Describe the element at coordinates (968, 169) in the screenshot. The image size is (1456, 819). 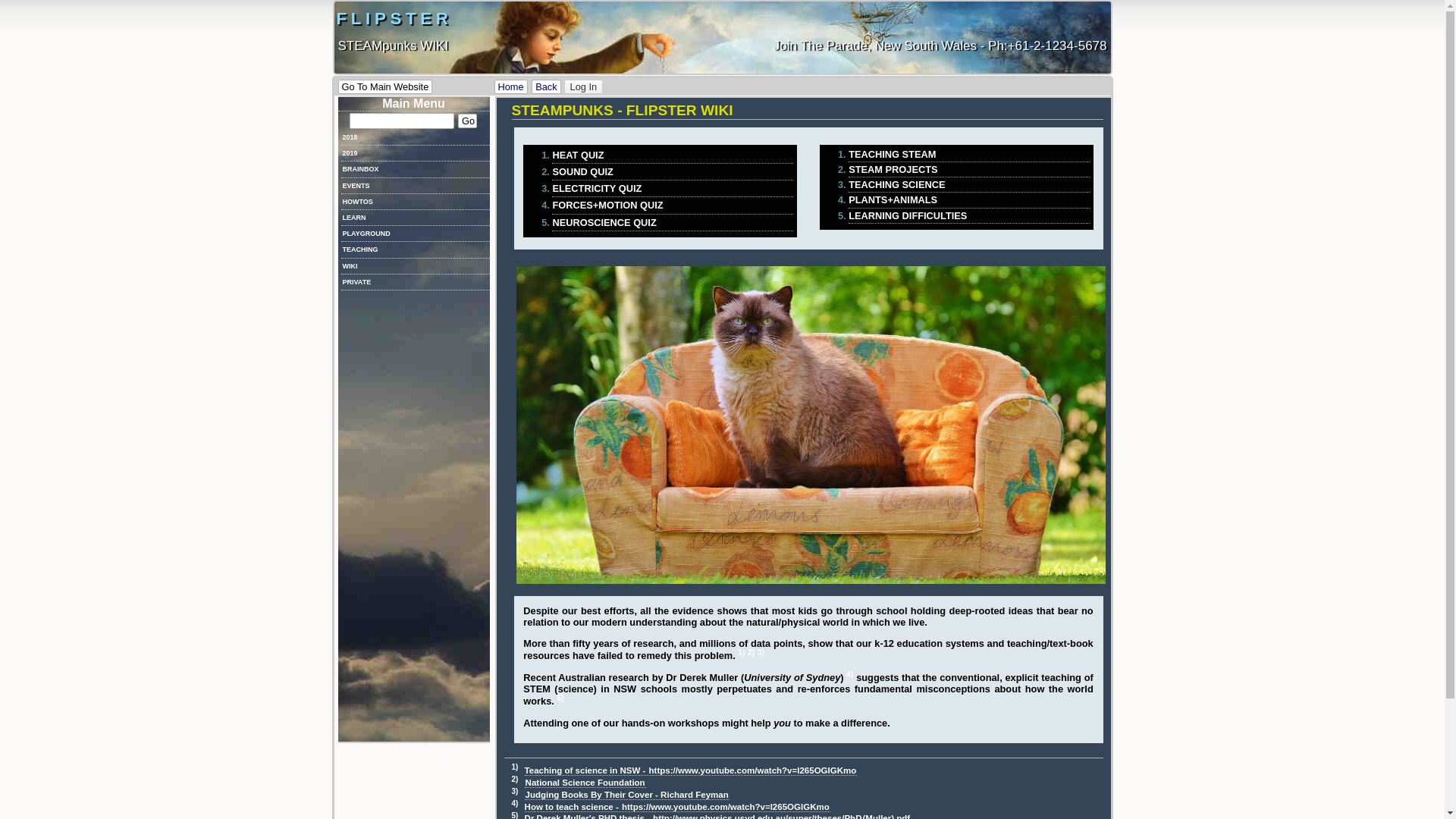
I see `'STEAM PROJECTS'` at that location.